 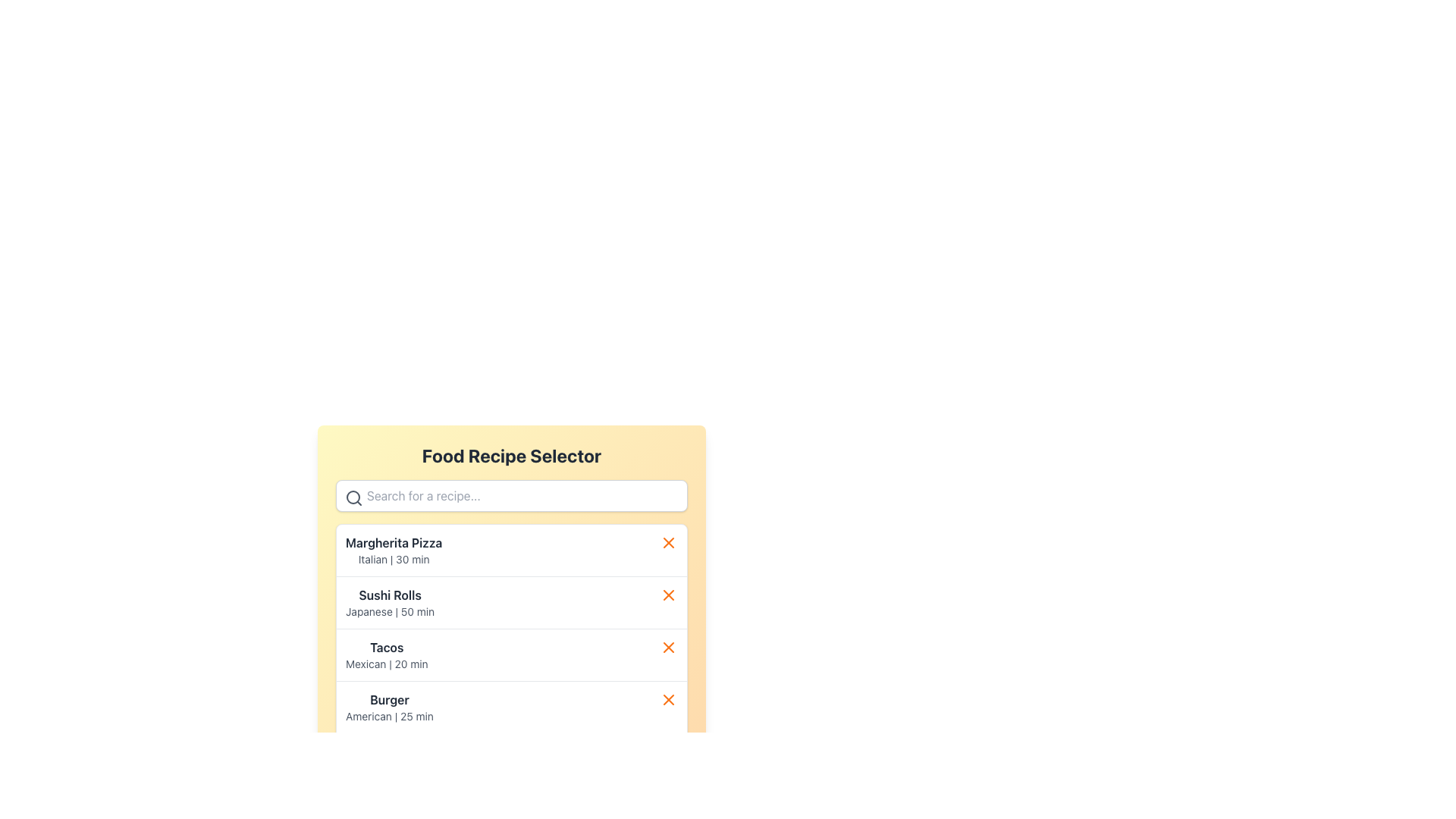 What do you see at coordinates (390, 595) in the screenshot?
I see `text displayed in the recipe text label that shows 'Sushi RollsJapanese | 50 min', which is the second recipe in the list` at bounding box center [390, 595].